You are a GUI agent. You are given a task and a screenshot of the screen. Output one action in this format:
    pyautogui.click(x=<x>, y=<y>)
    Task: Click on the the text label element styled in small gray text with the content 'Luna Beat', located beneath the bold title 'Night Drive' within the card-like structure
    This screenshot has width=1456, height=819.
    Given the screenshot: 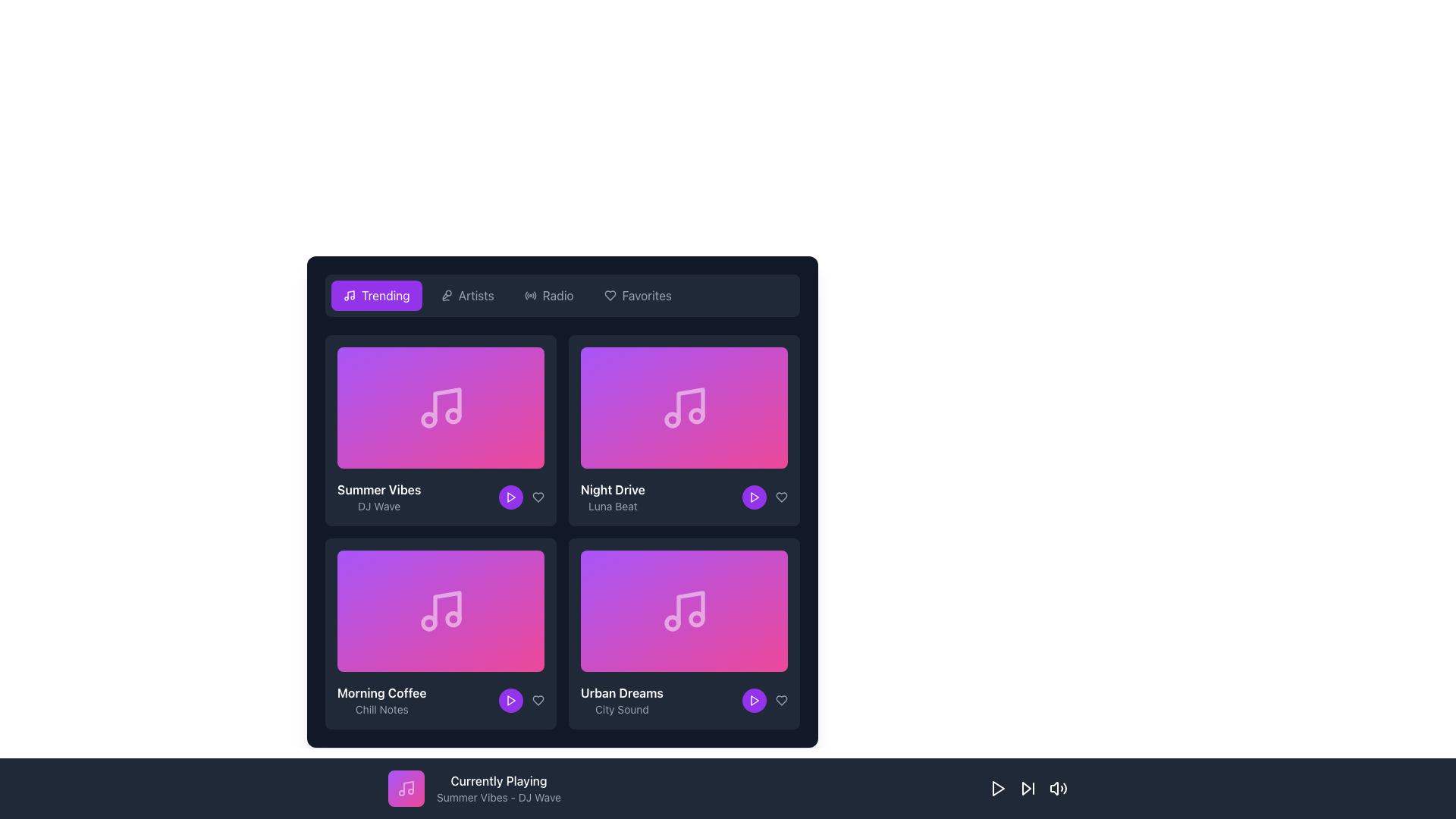 What is the action you would take?
    pyautogui.click(x=613, y=506)
    